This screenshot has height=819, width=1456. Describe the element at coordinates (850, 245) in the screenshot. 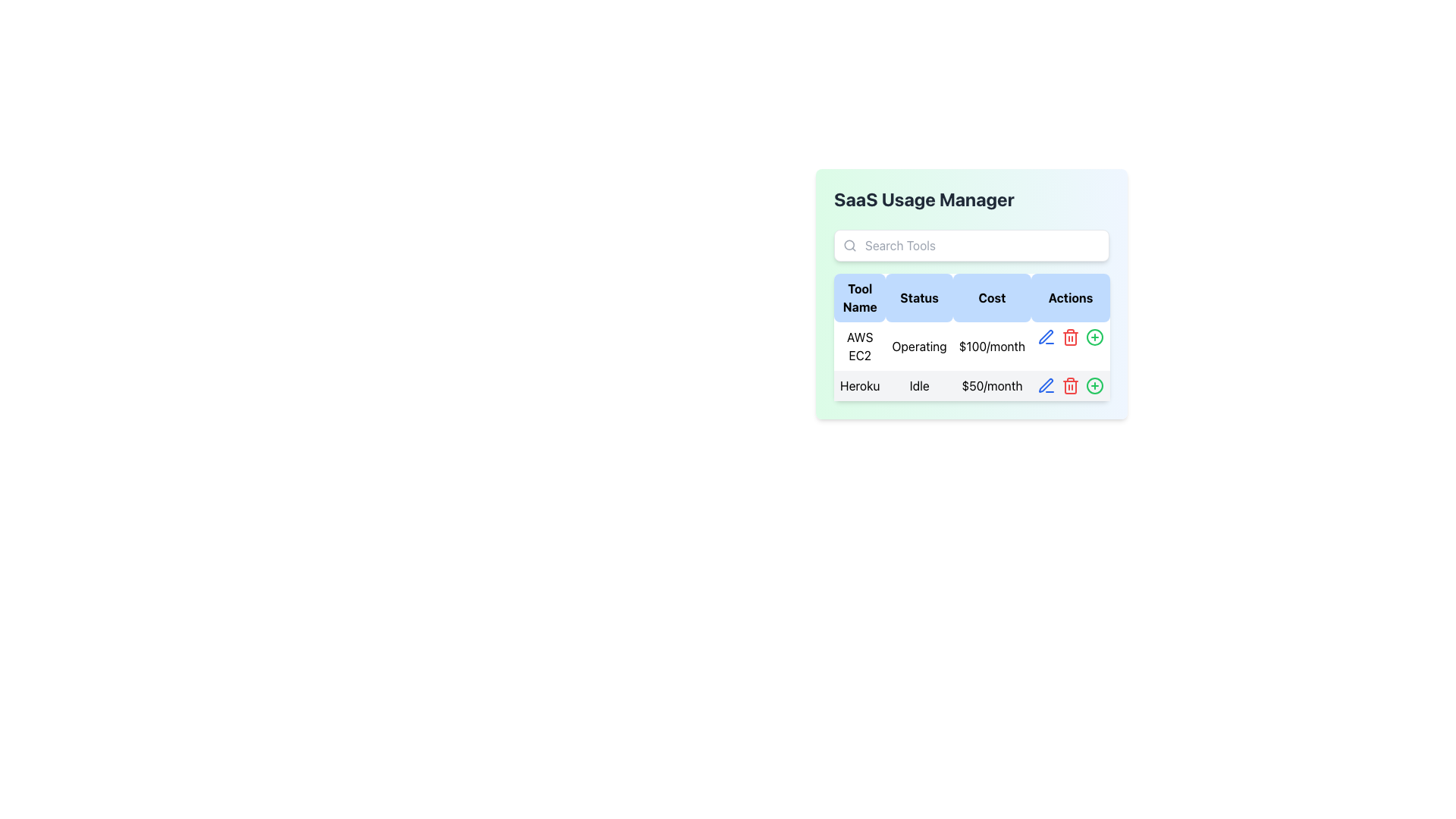

I see `the search icon located on the left side of the input field` at that location.